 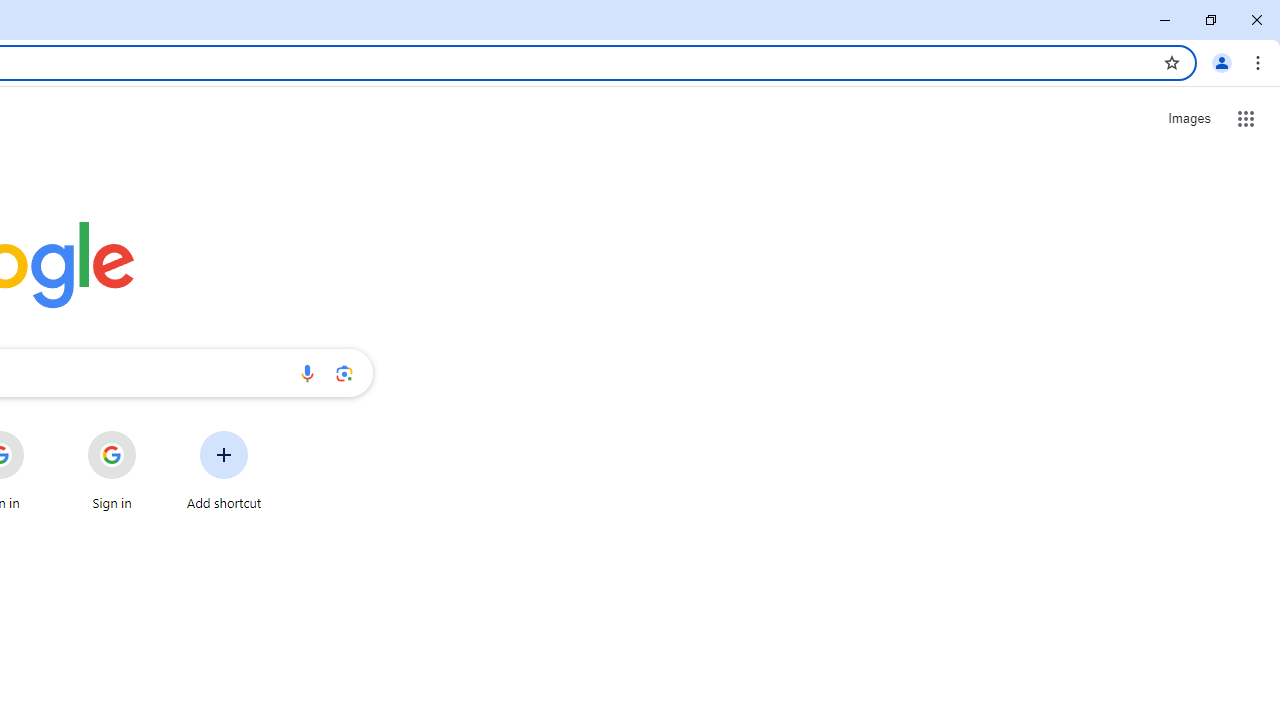 What do you see at coordinates (224, 470) in the screenshot?
I see `'Add shortcut'` at bounding box center [224, 470].